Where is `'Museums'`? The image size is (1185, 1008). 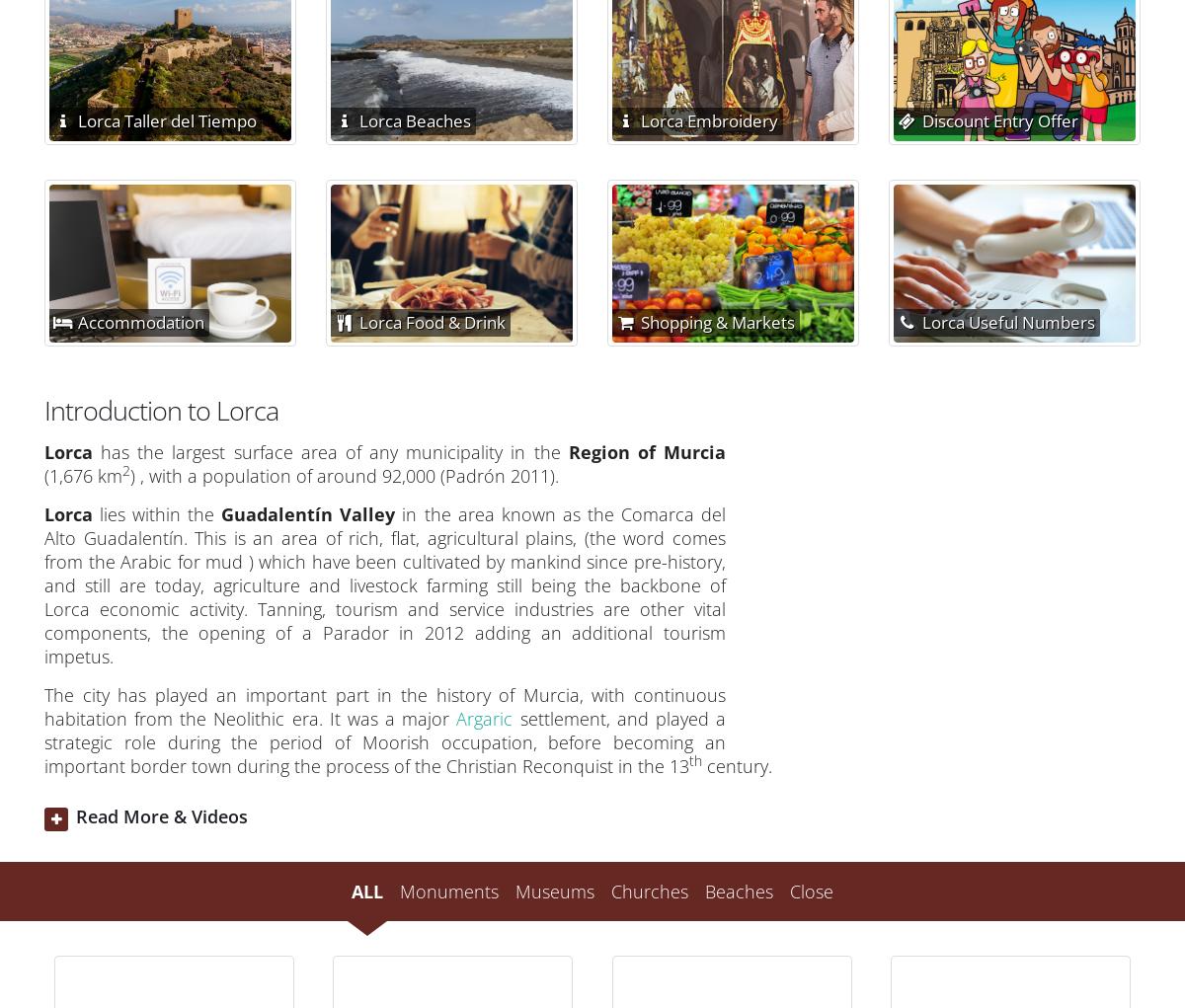
'Museums' is located at coordinates (553, 889).